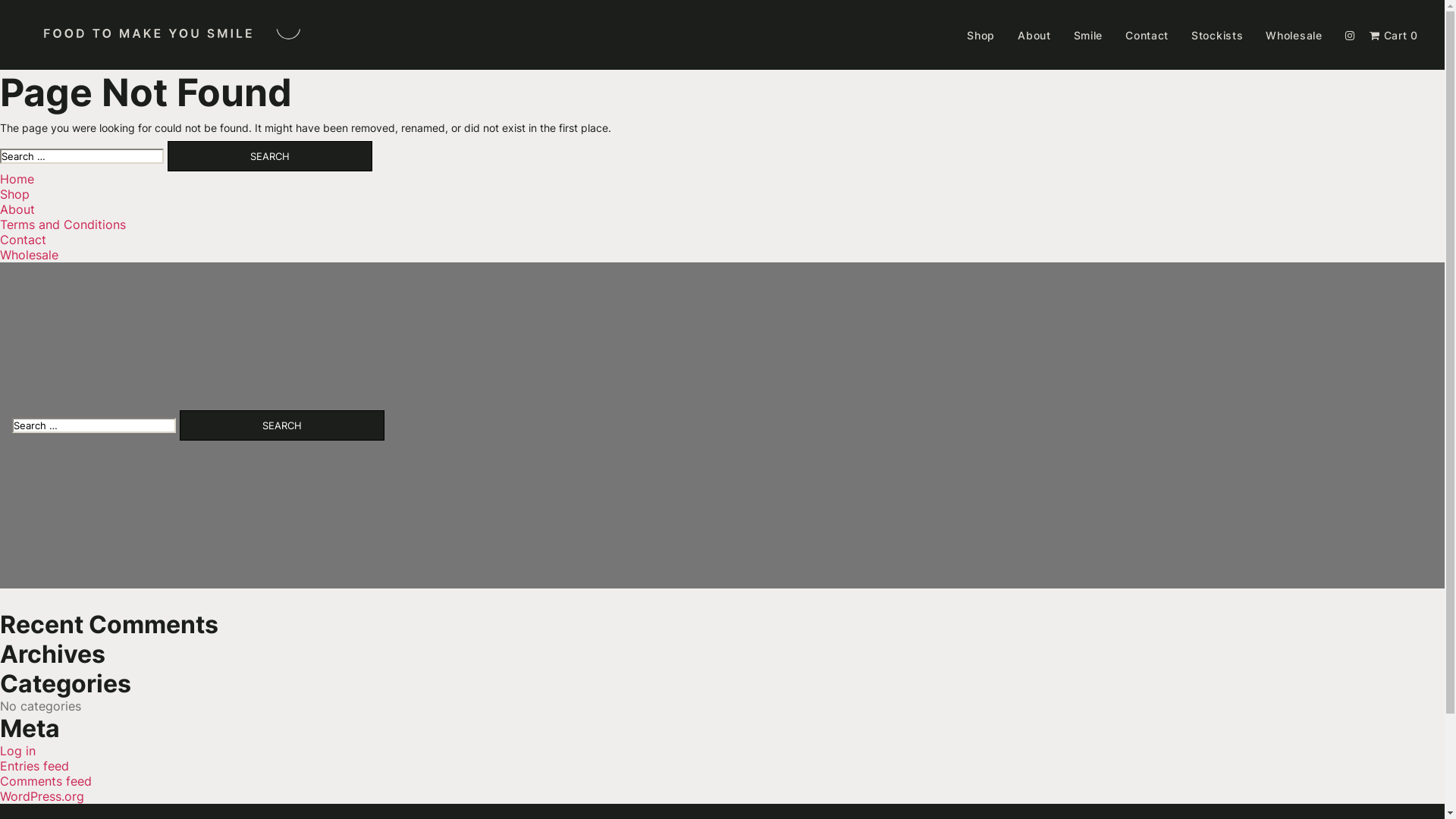 The width and height of the screenshot is (1456, 819). Describe the element at coordinates (61, 224) in the screenshot. I see `'Terms and Conditions'` at that location.